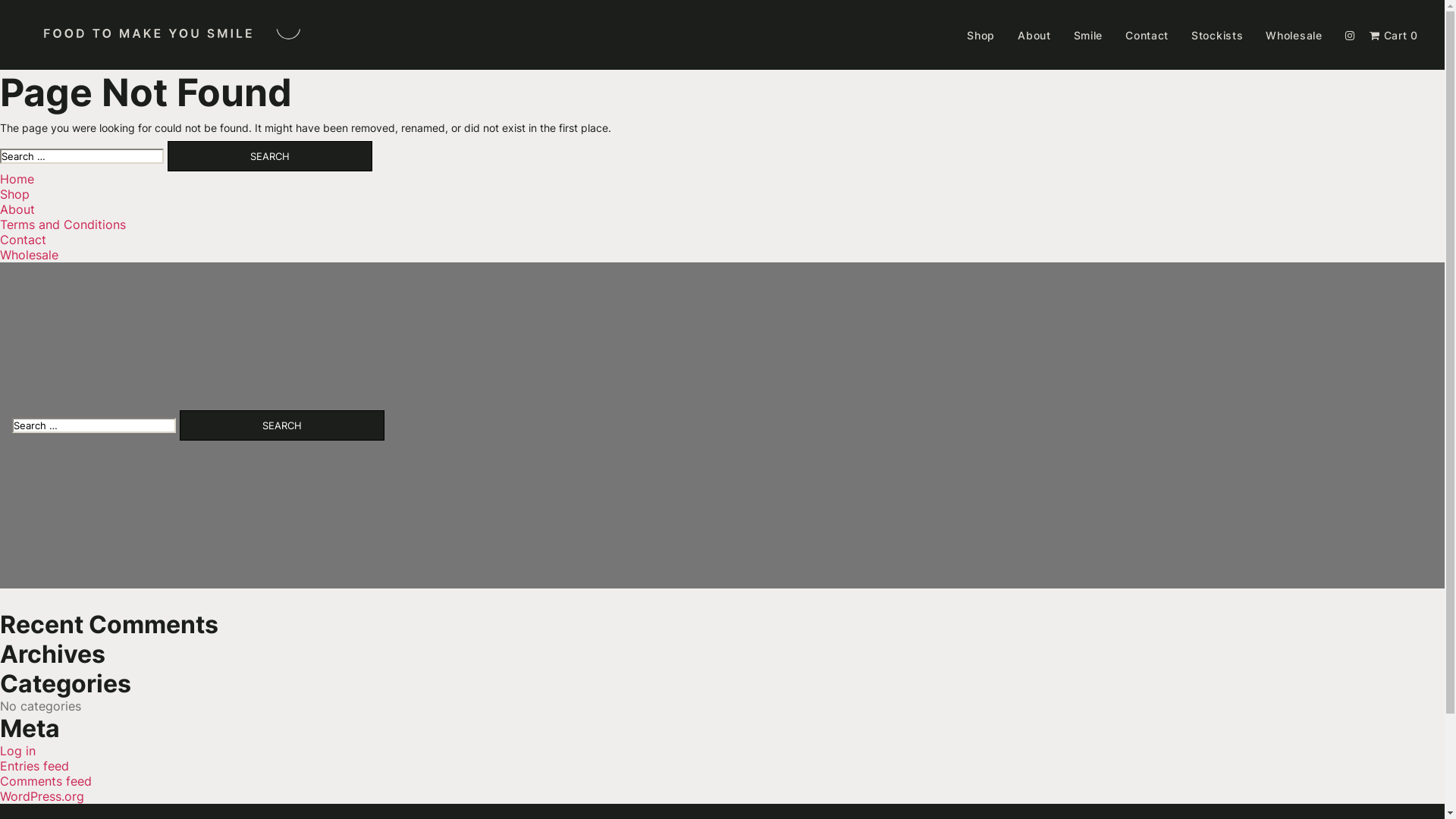 The width and height of the screenshot is (1456, 819). Describe the element at coordinates (61, 224) in the screenshot. I see `'Terms and Conditions'` at that location.